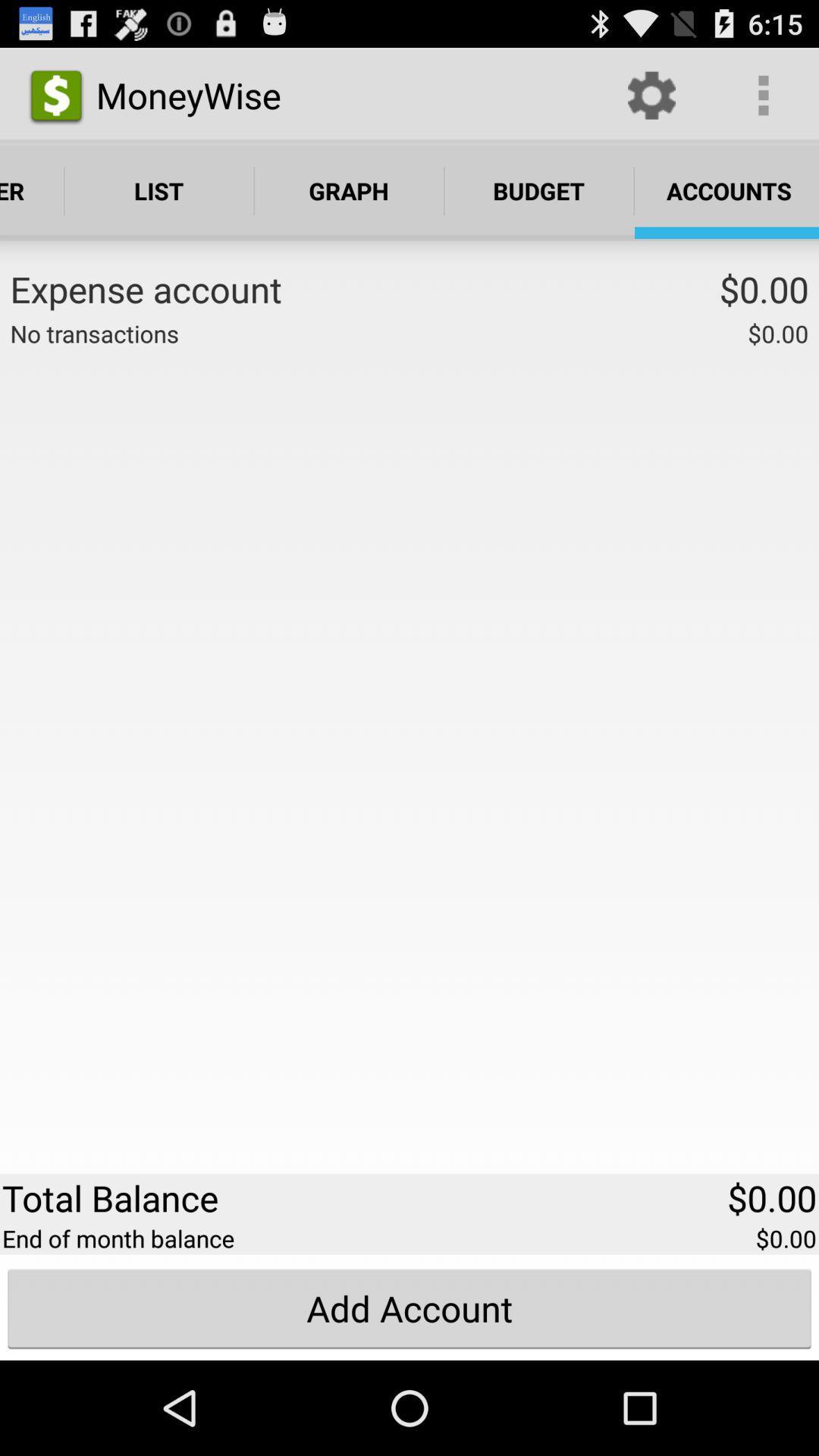  I want to click on the app next to the no transactions item, so click(463, 331).